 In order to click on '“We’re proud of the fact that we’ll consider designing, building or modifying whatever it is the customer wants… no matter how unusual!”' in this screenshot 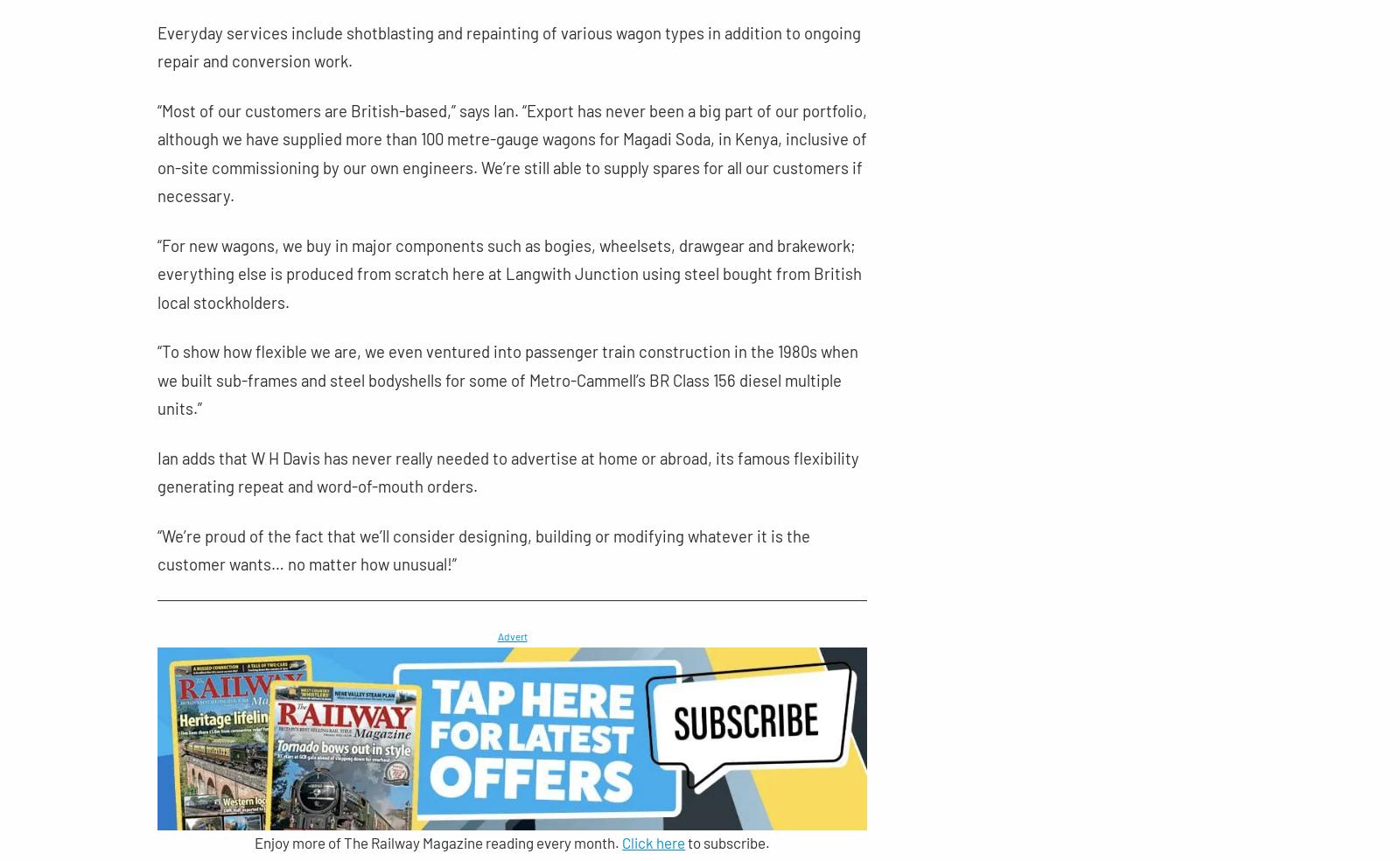, I will do `click(482, 549)`.